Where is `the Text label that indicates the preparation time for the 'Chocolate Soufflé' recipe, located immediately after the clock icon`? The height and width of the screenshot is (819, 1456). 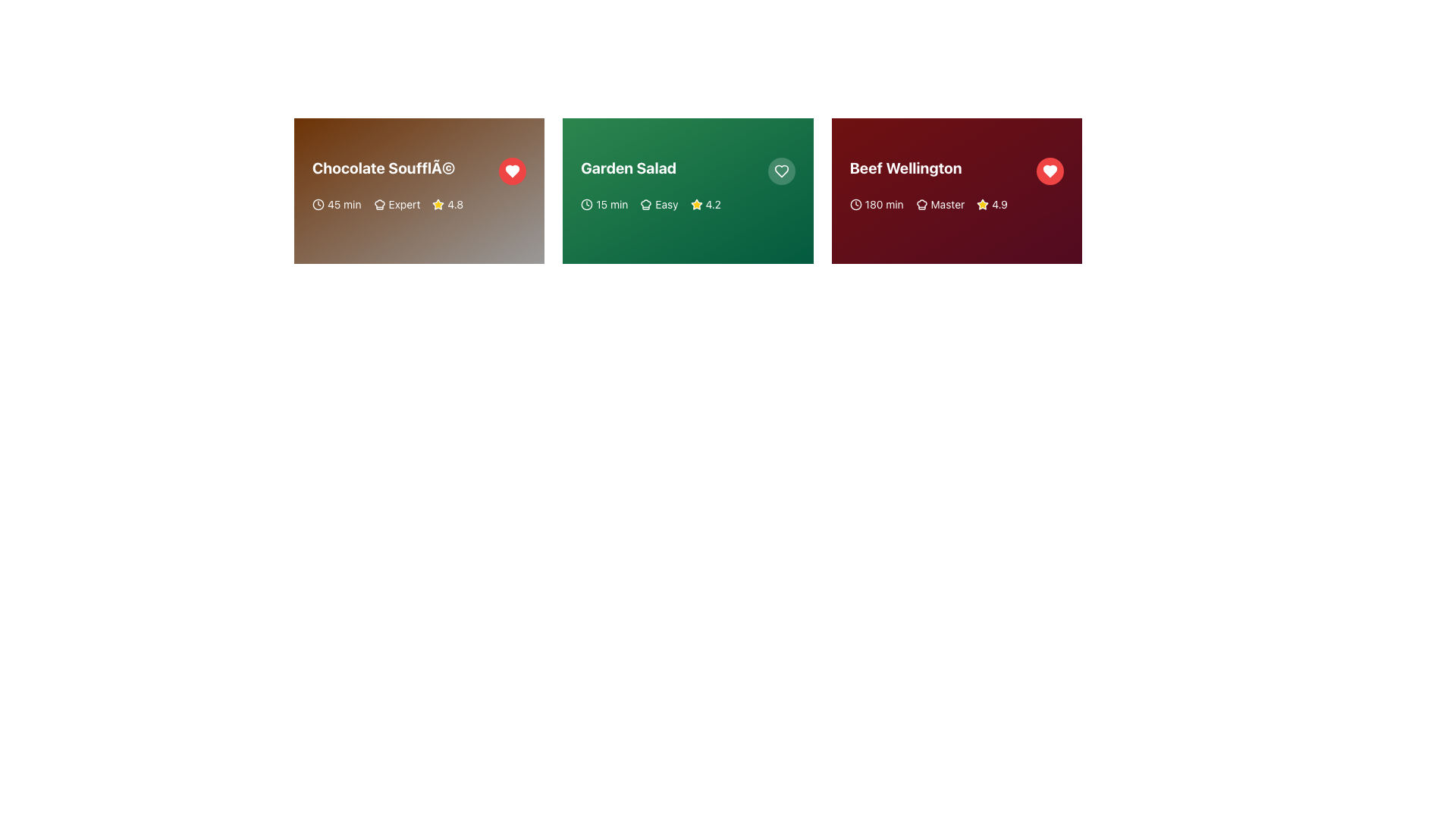
the Text label that indicates the preparation time for the 'Chocolate Soufflé' recipe, located immediately after the clock icon is located at coordinates (344, 205).